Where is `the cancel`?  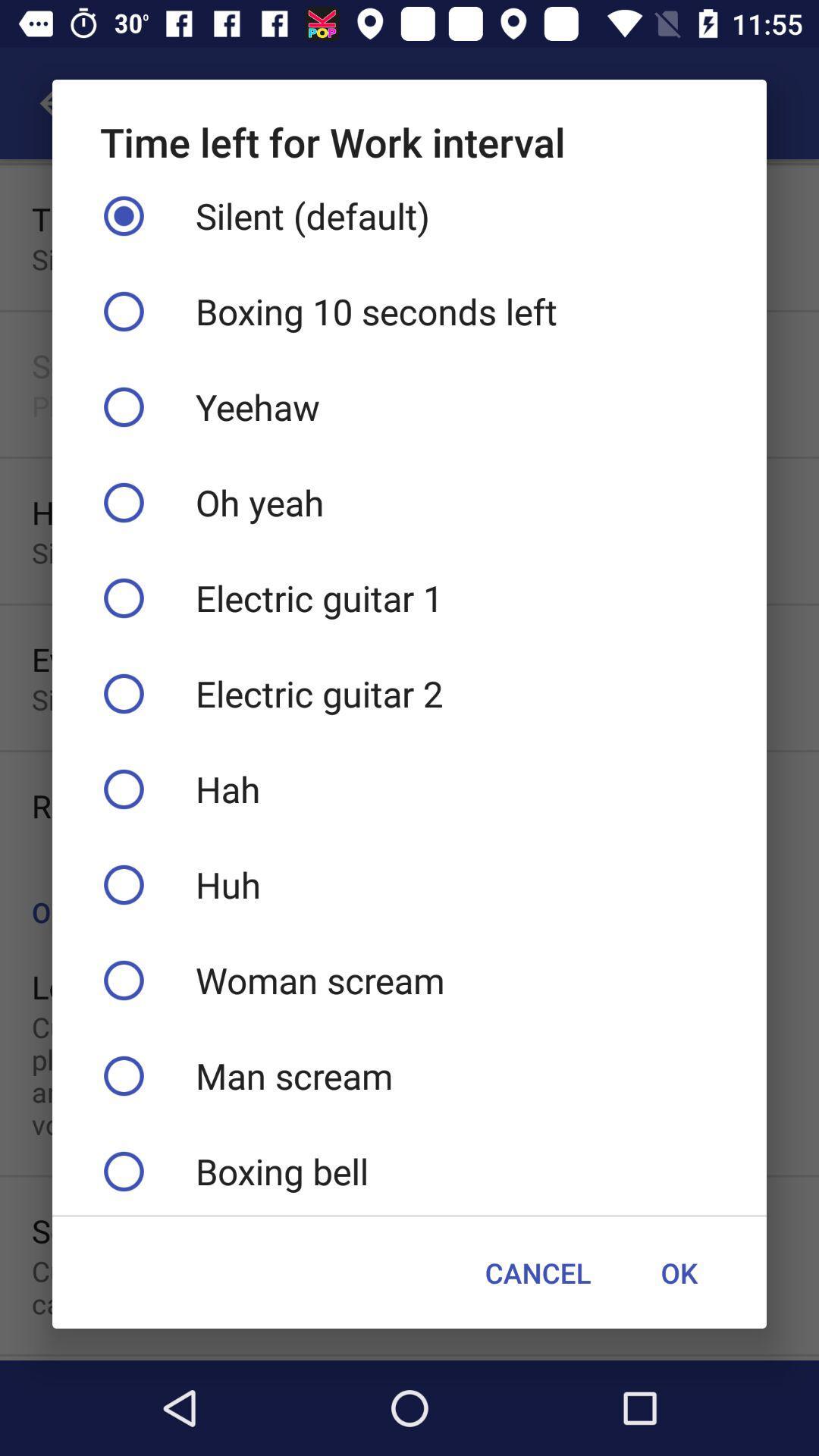 the cancel is located at coordinates (537, 1272).